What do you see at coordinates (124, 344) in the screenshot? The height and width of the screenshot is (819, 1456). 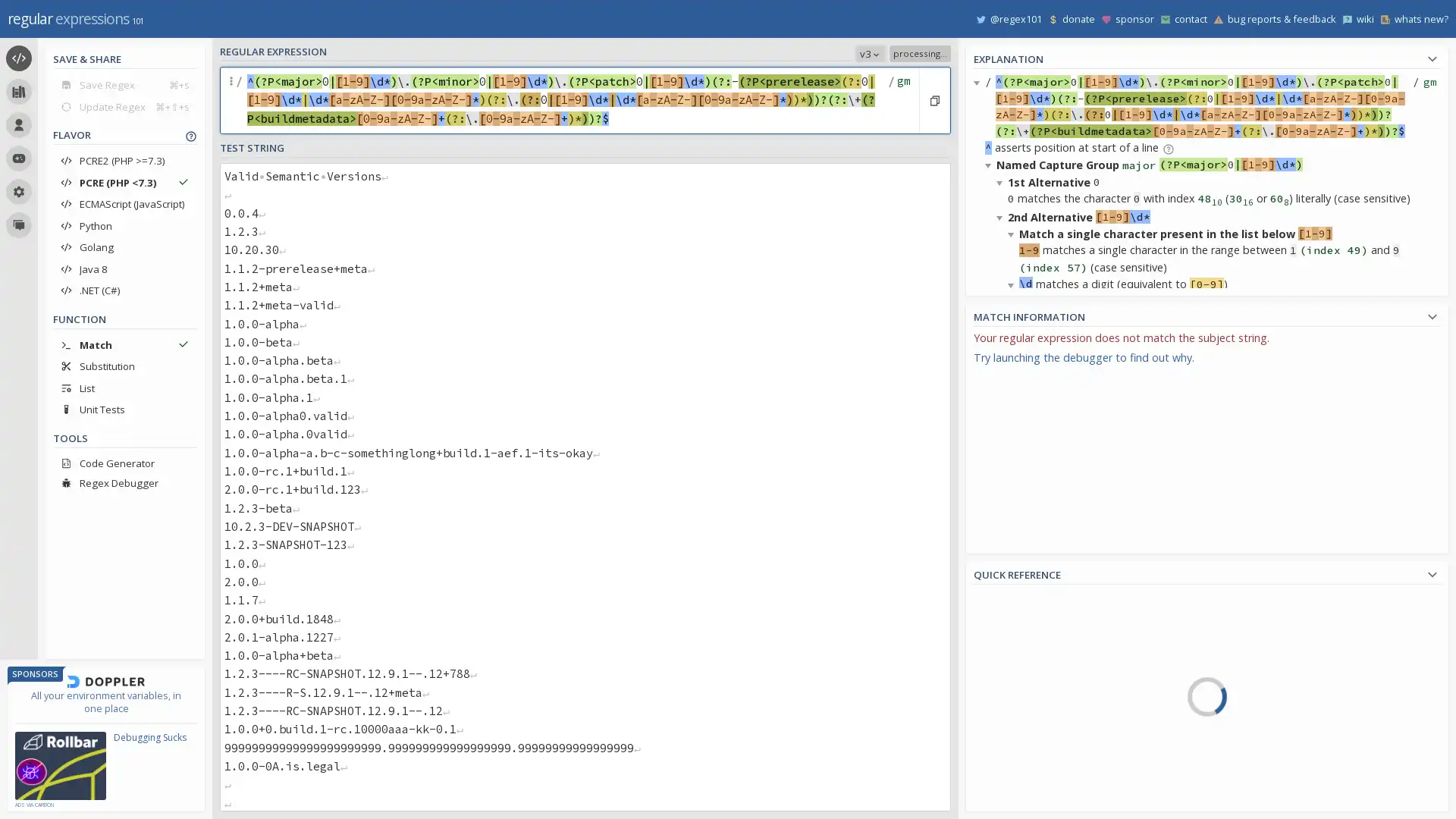 I see `Match` at bounding box center [124, 344].